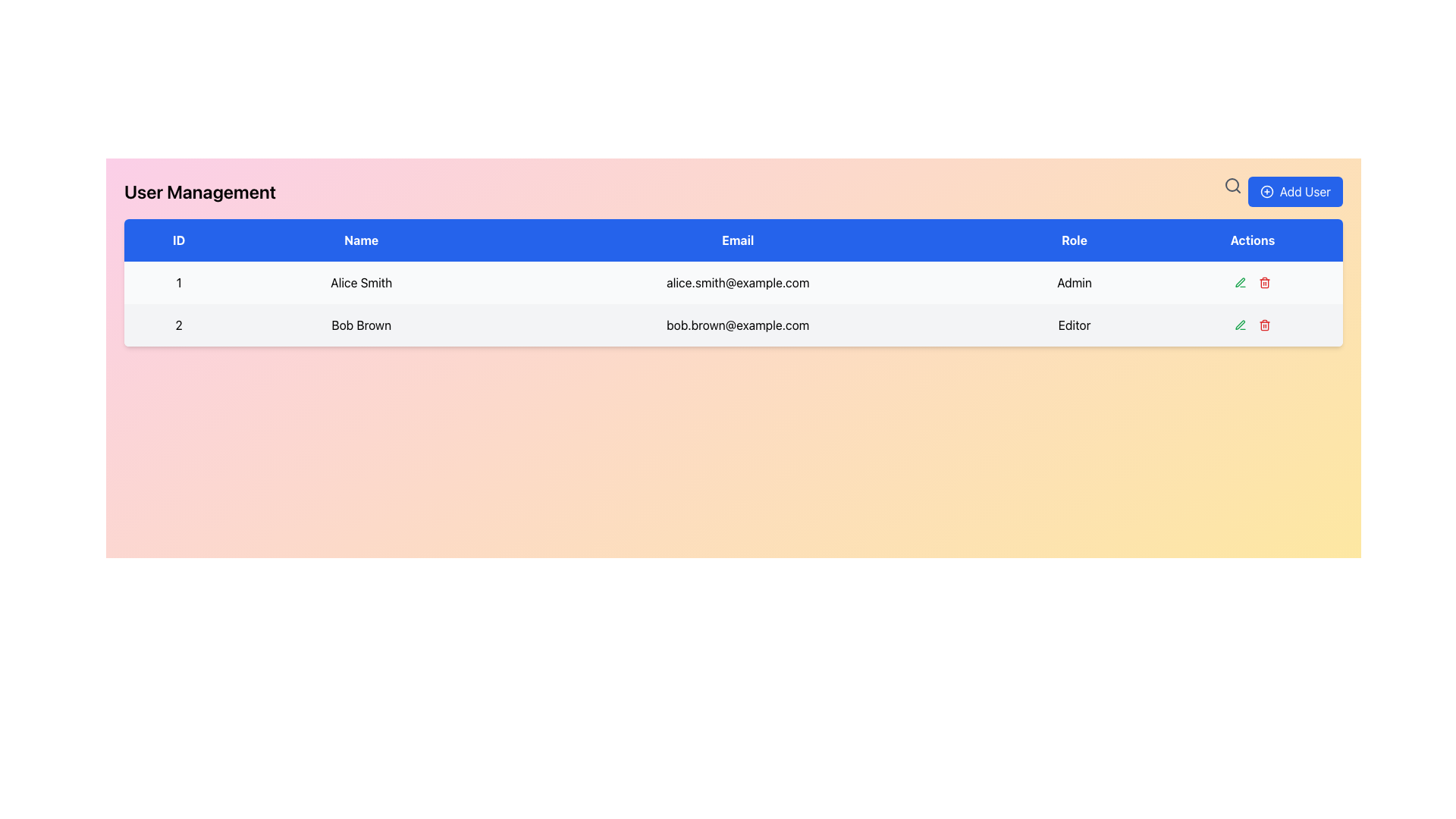 Image resolution: width=1456 pixels, height=819 pixels. What do you see at coordinates (1266, 191) in the screenshot?
I see `the decorative plus icon located inside the 'Add User' button, positioned to the left of the button text` at bounding box center [1266, 191].